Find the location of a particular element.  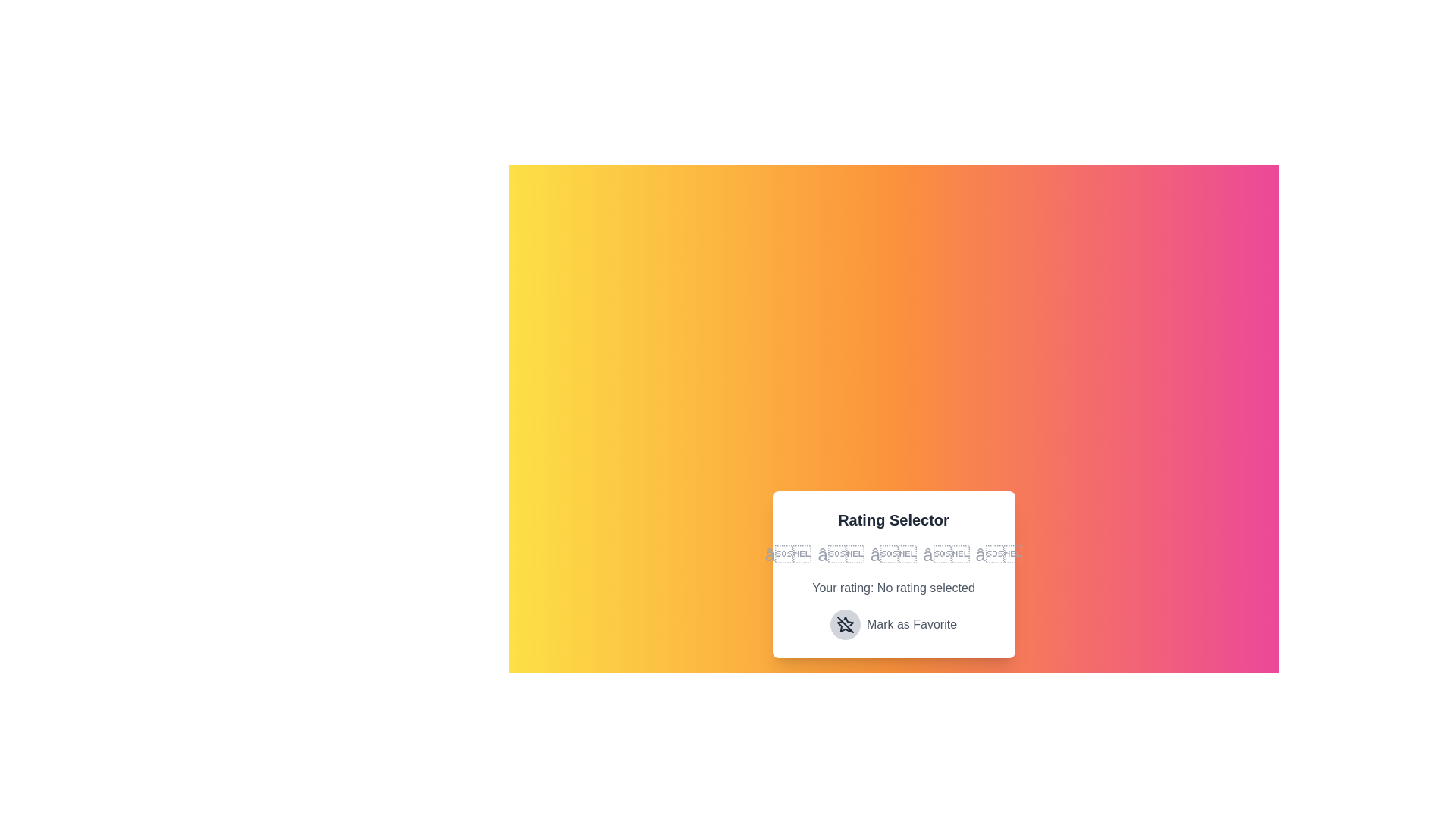

the second star icon in the rating component is located at coordinates (840, 555).